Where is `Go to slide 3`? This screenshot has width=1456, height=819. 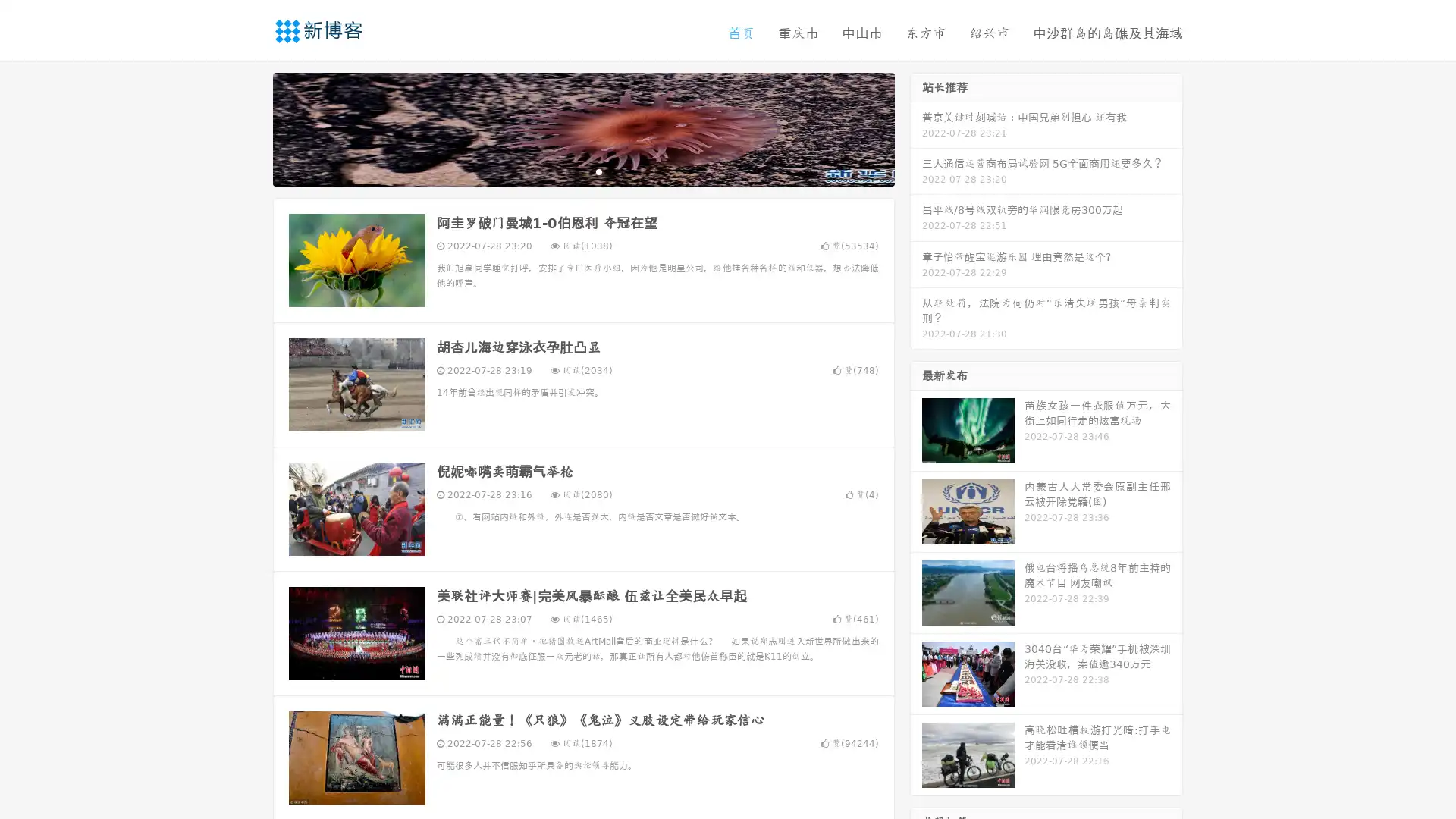
Go to slide 3 is located at coordinates (598, 171).